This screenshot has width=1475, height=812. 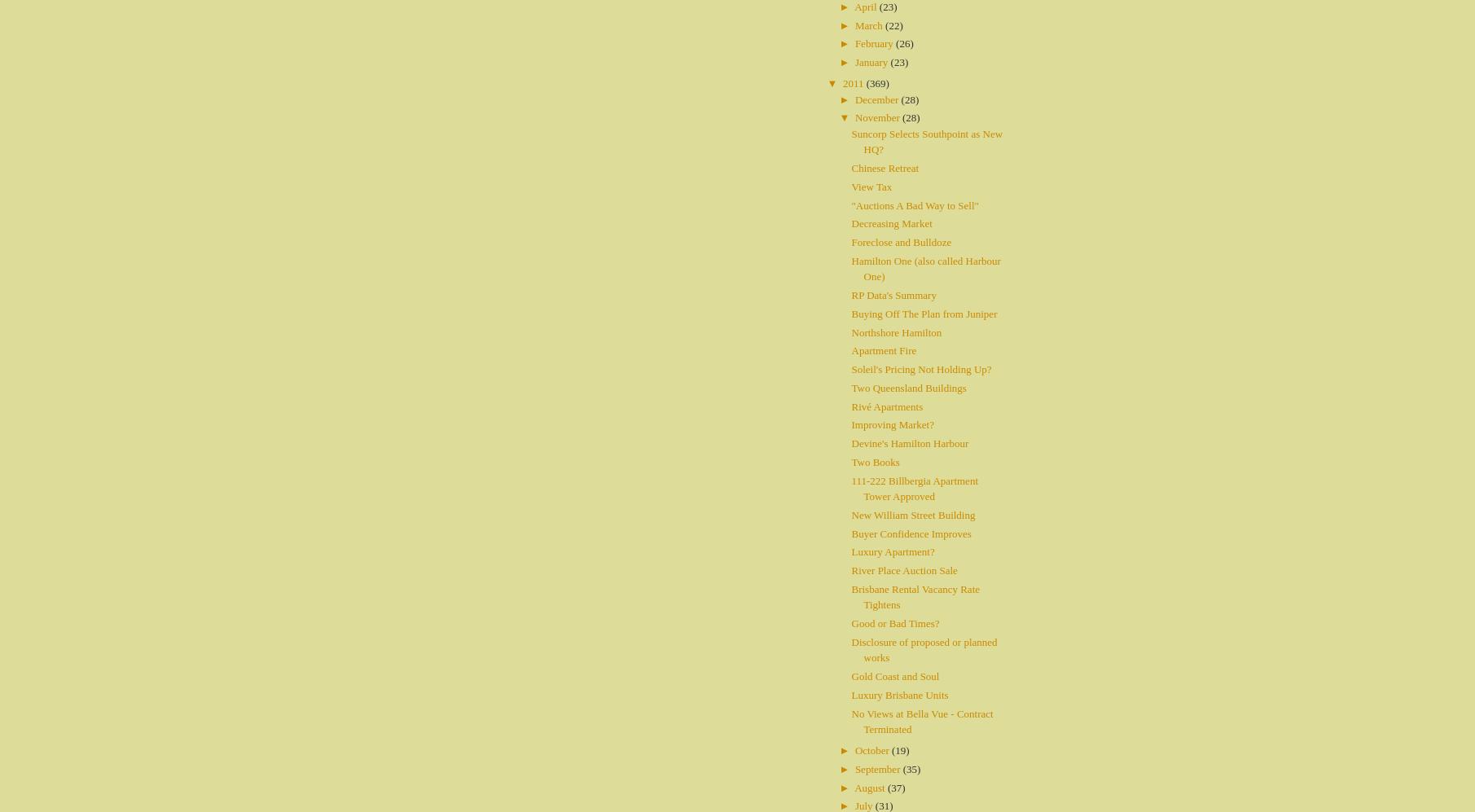 I want to click on 'Good or Bad Times?', so click(x=894, y=623).